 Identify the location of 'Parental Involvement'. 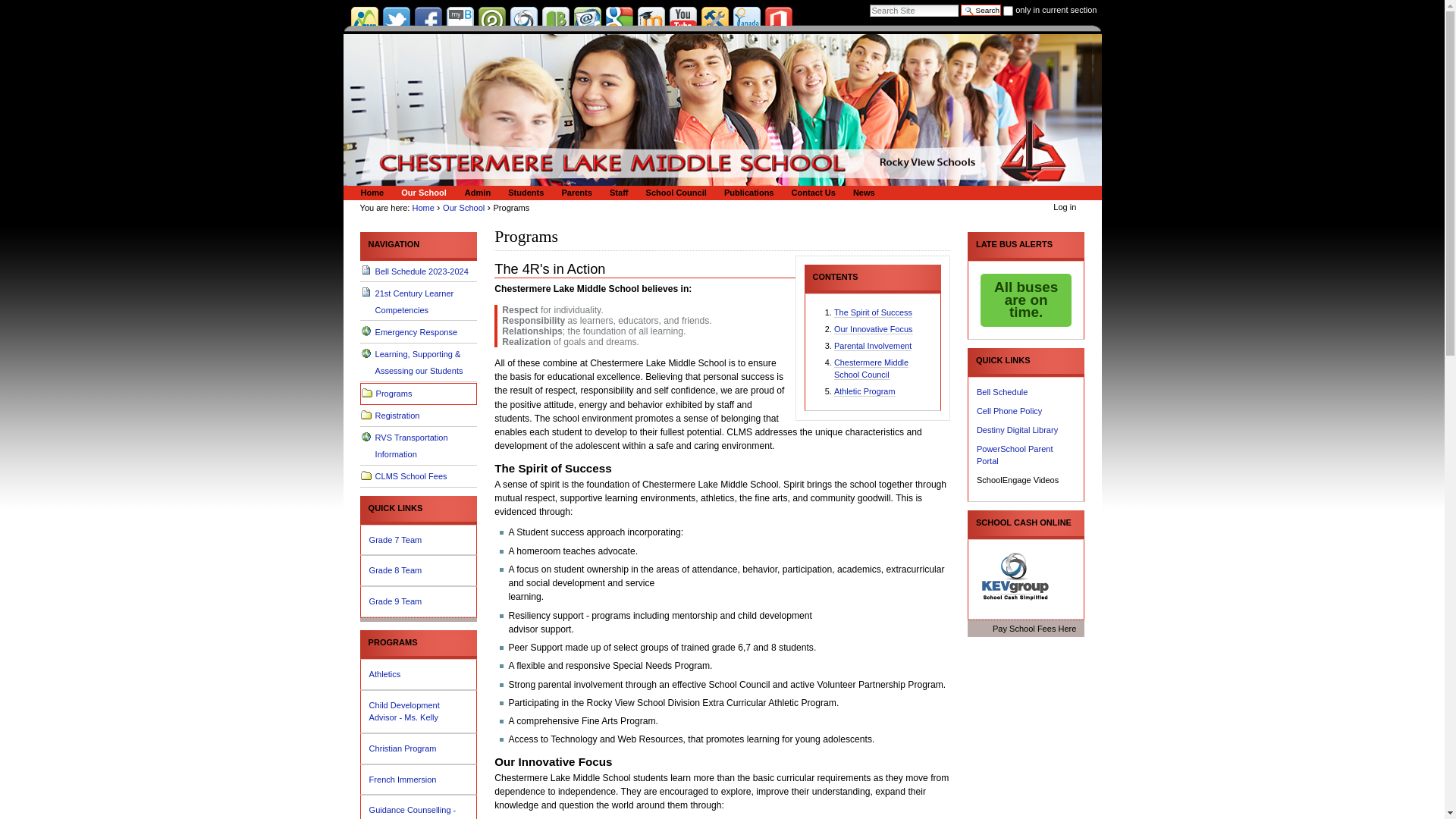
(873, 346).